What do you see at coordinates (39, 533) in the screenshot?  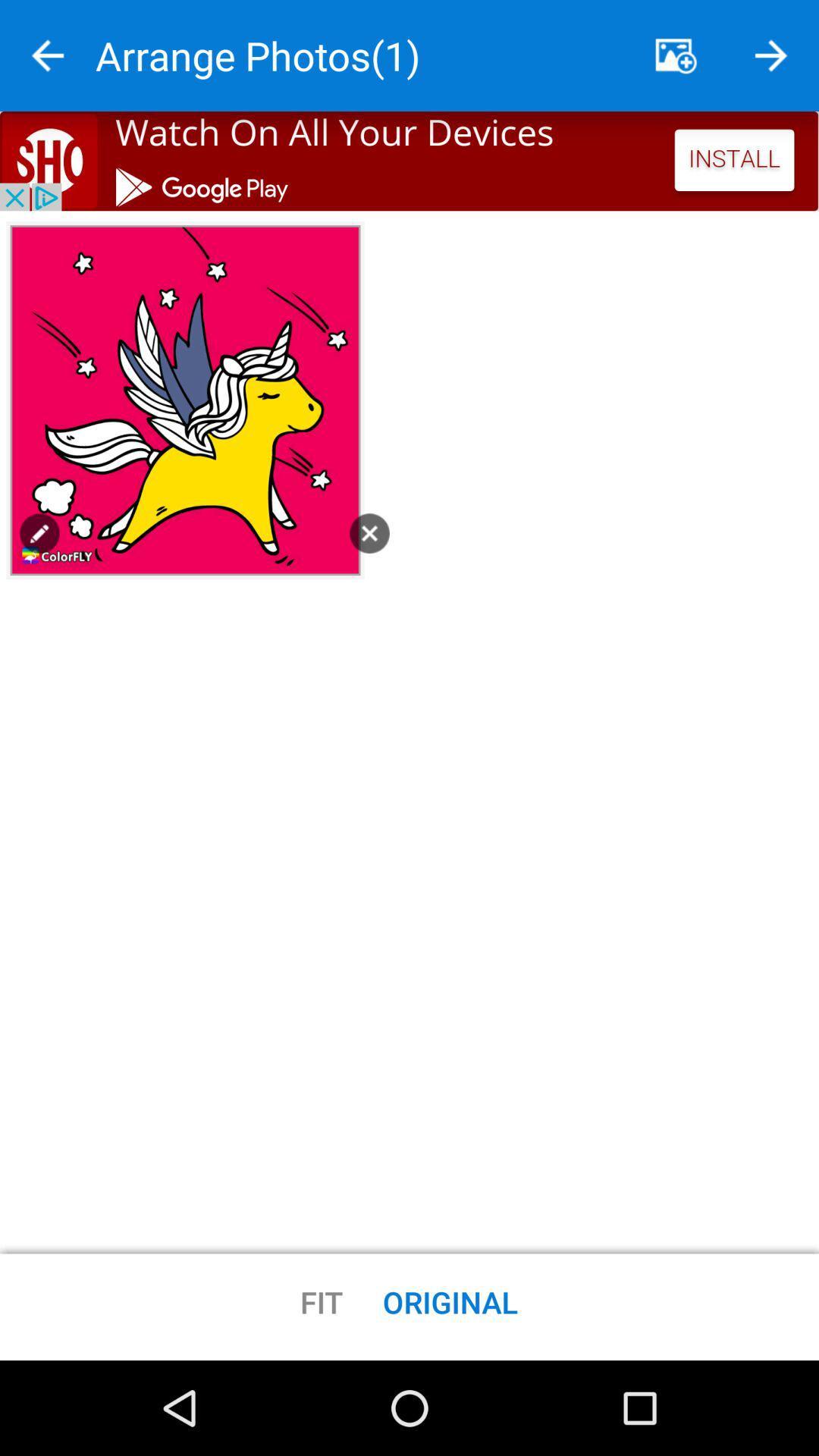 I see `pencil` at bounding box center [39, 533].